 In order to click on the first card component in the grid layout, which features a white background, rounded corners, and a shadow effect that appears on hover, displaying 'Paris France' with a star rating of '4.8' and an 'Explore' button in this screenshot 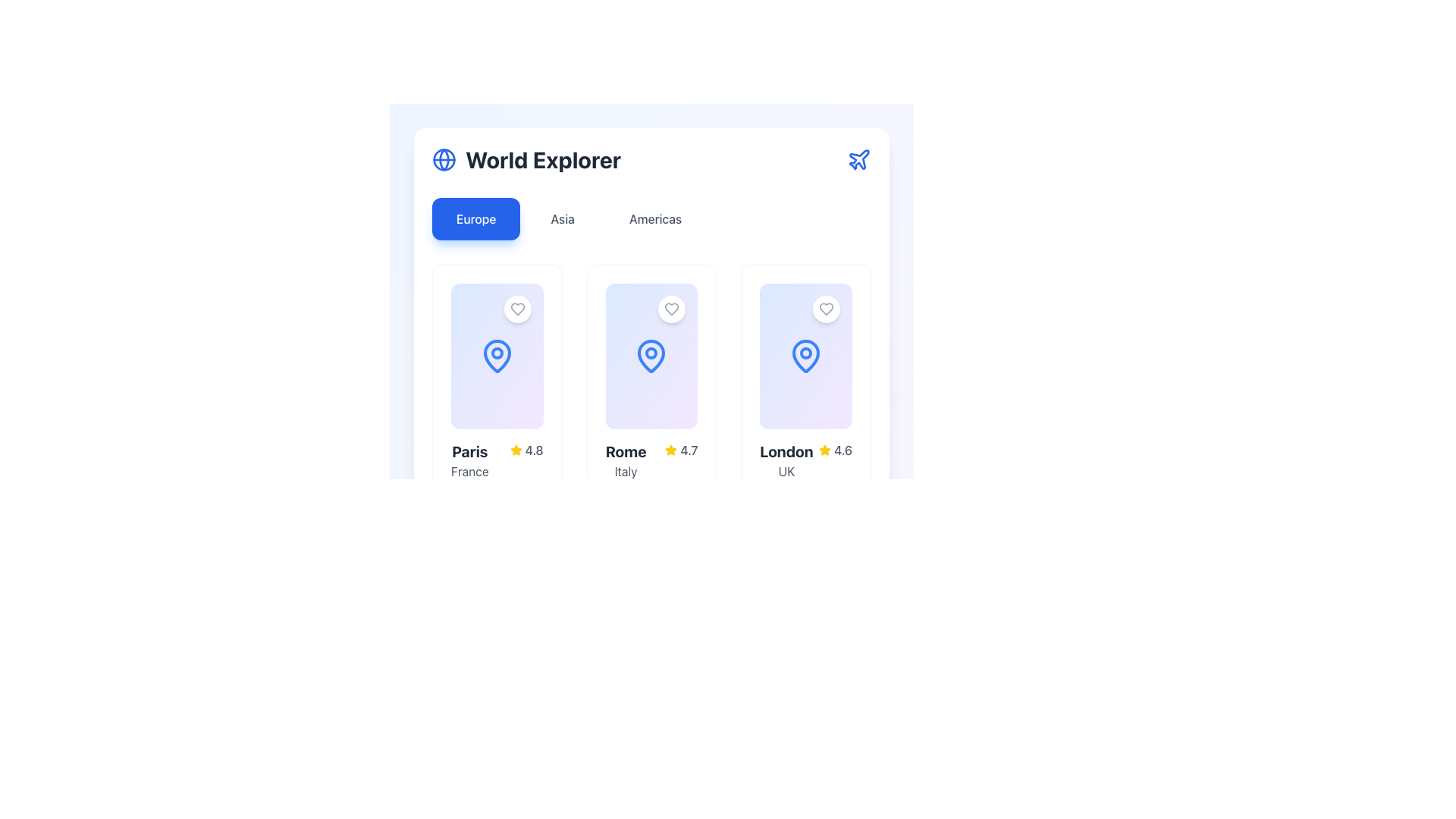, I will do `click(497, 426)`.